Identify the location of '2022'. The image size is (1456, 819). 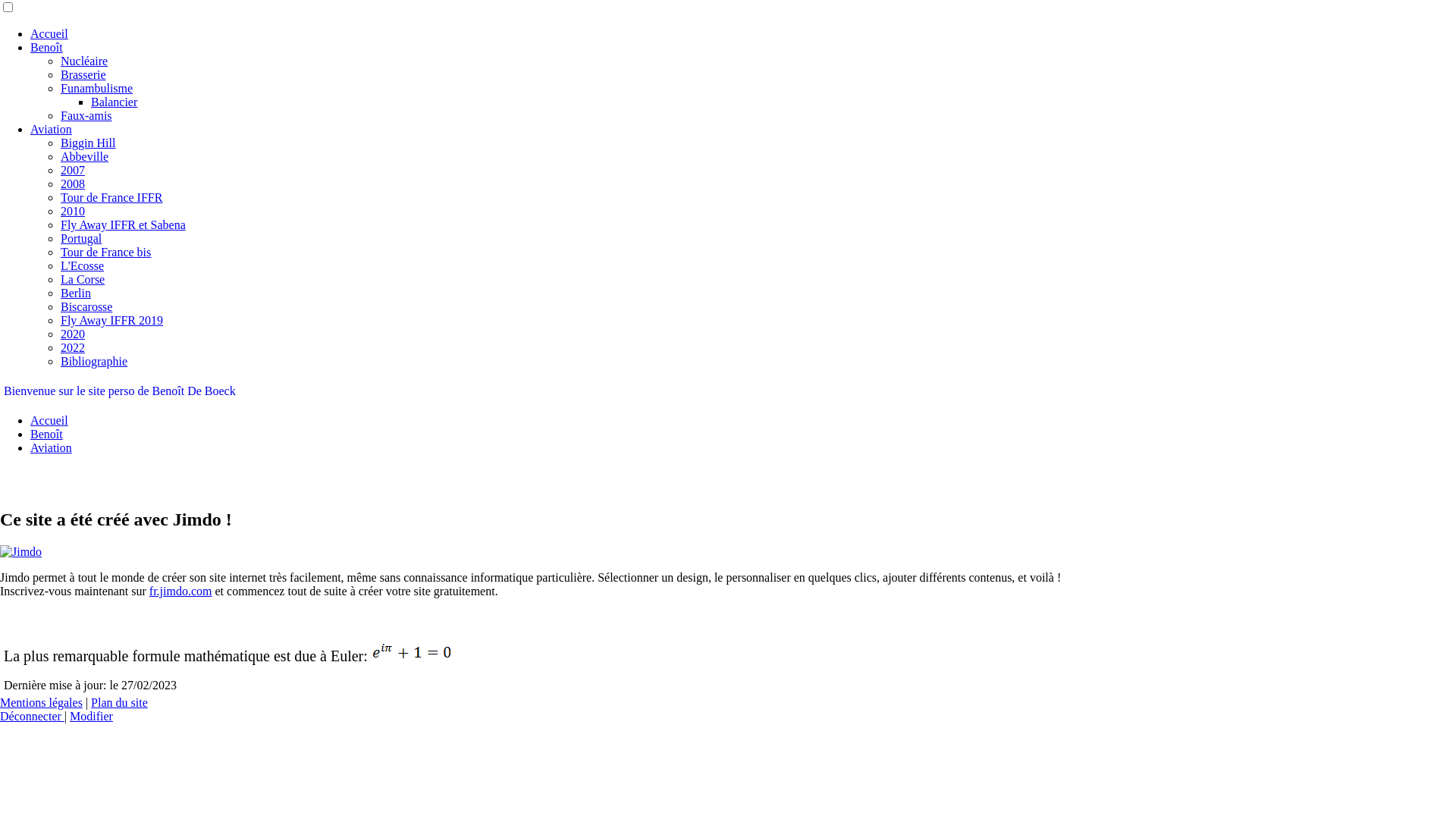
(72, 347).